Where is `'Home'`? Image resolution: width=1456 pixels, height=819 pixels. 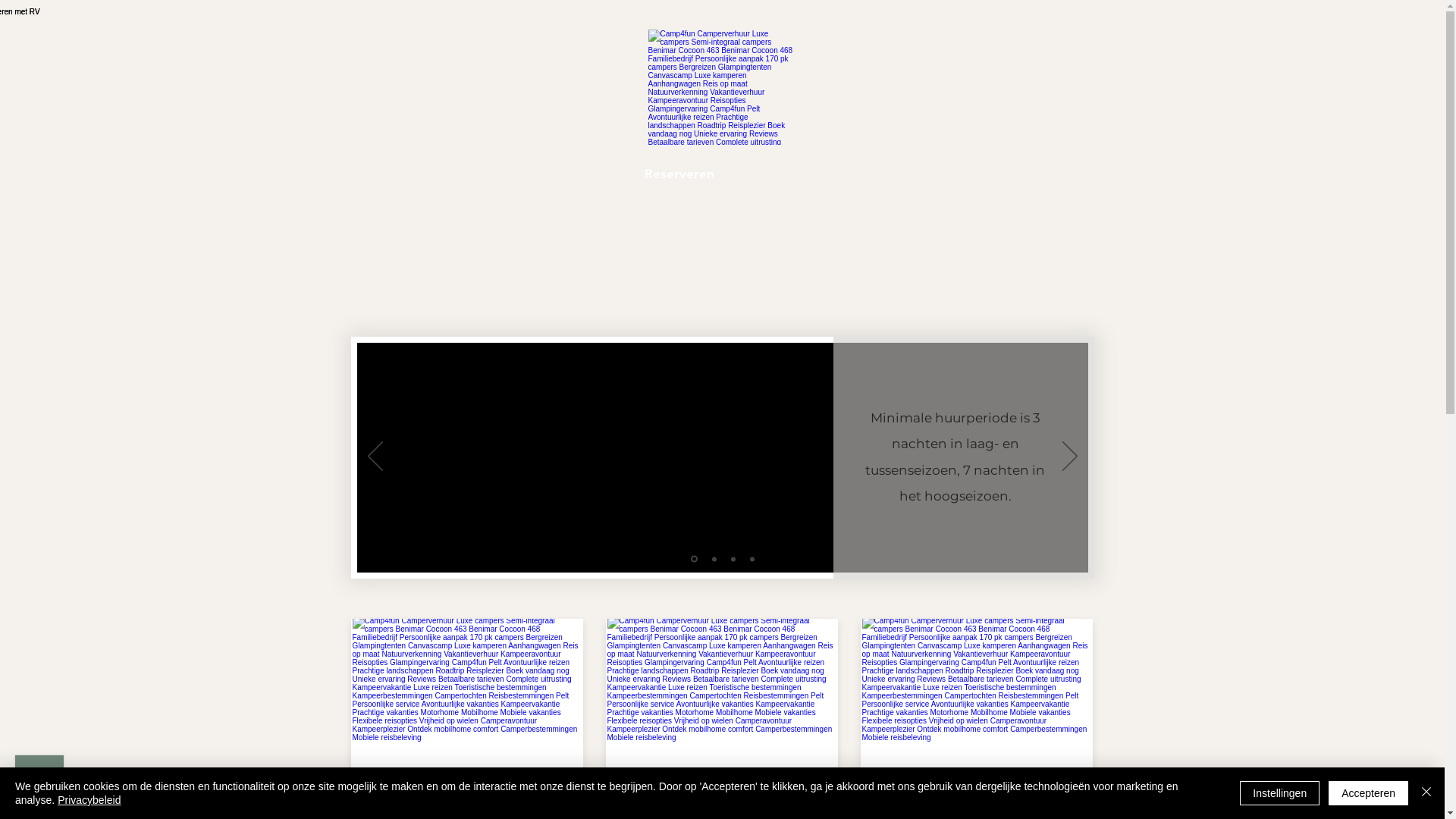 'Home' is located at coordinates (456, 172).